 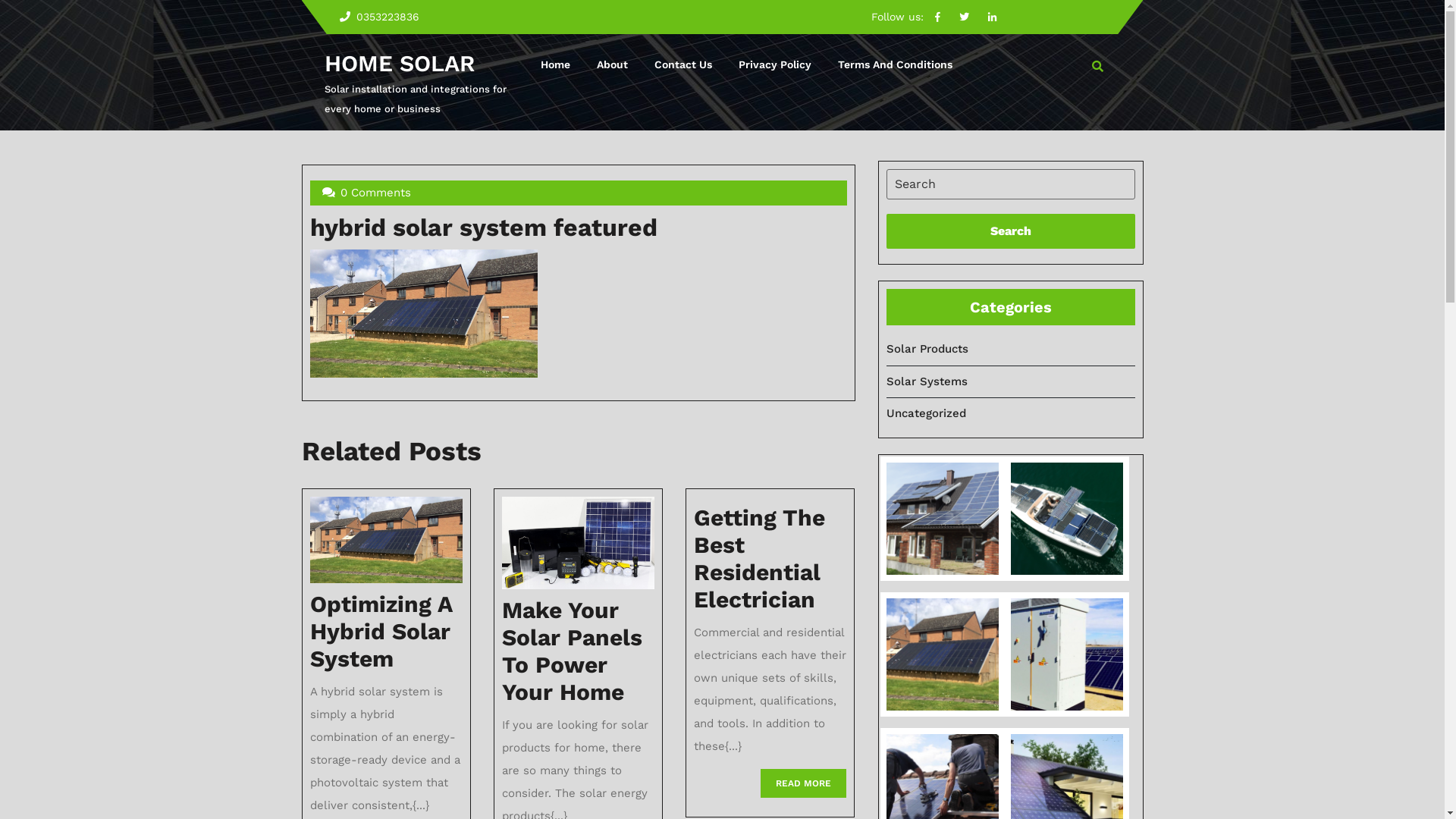 I want to click on 'Uncategorized', so click(x=924, y=413).